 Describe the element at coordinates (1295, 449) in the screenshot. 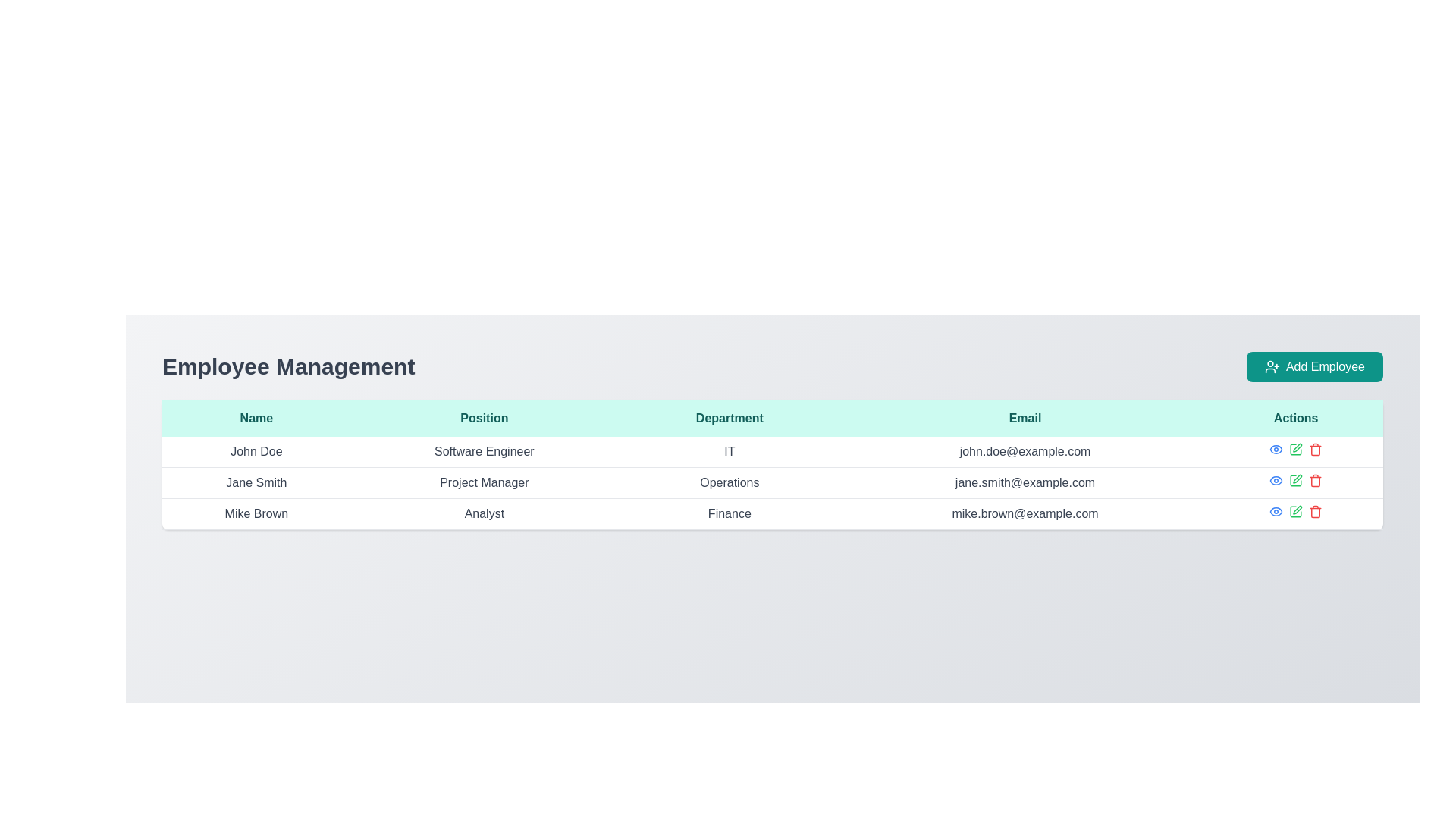

I see `the 'edit' icon button located in the 'Actions' column of the table for the first row corresponding to 'John Doe'` at that location.